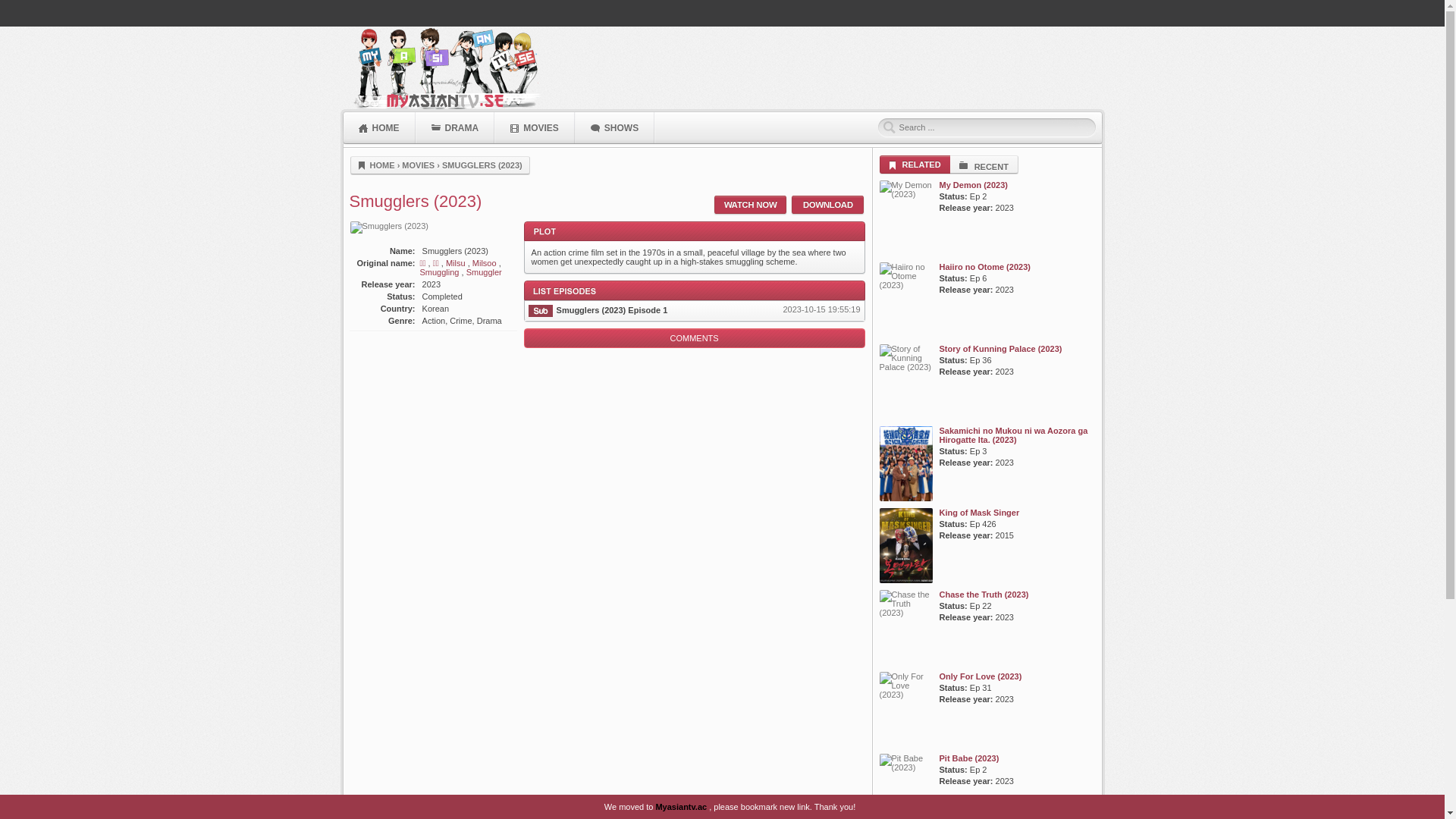 This screenshot has height=819, width=1456. What do you see at coordinates (984, 265) in the screenshot?
I see `'Haiiro no Otome (2023)'` at bounding box center [984, 265].